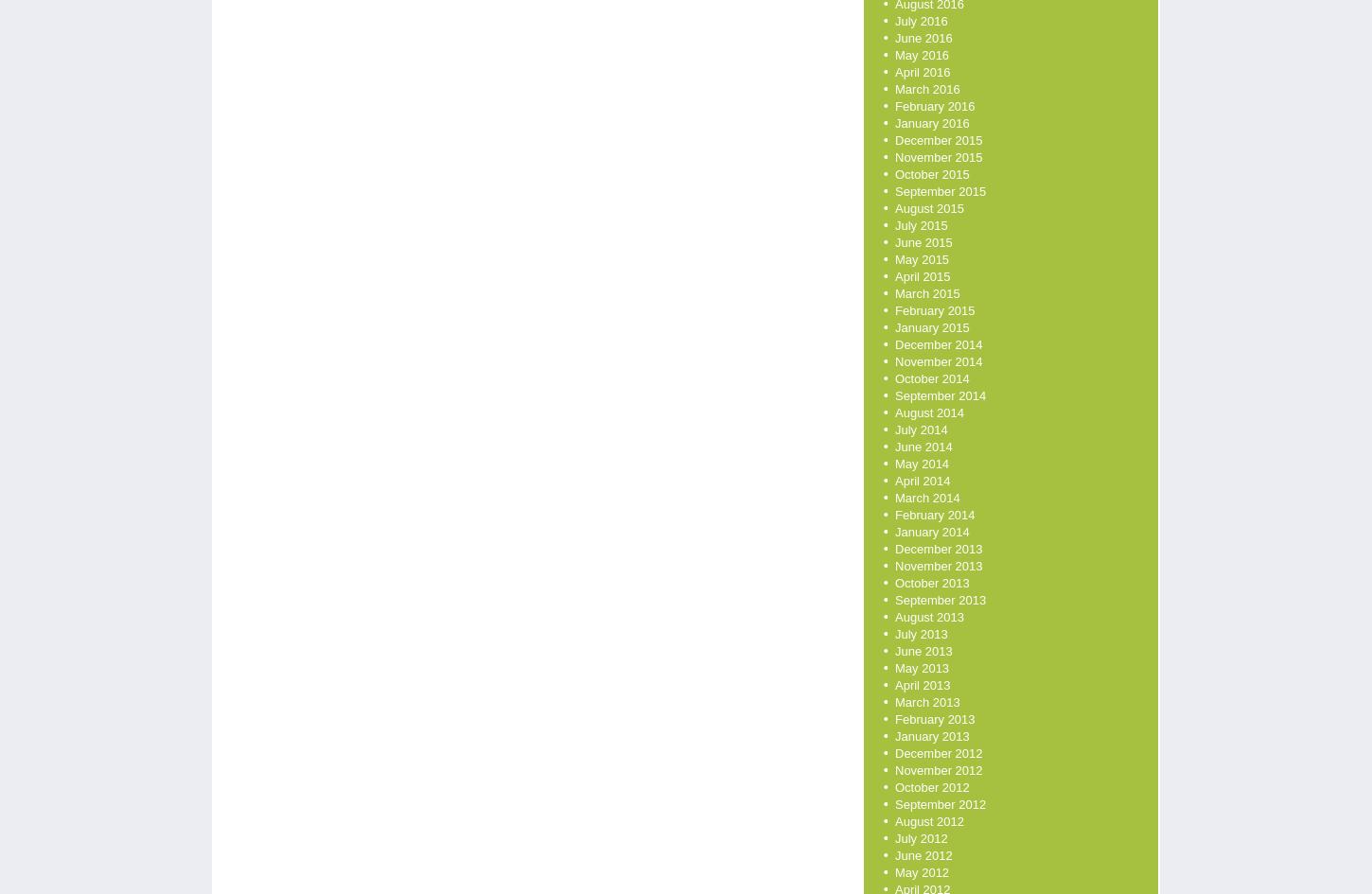  Describe the element at coordinates (893, 651) in the screenshot. I see `'June 2013'` at that location.